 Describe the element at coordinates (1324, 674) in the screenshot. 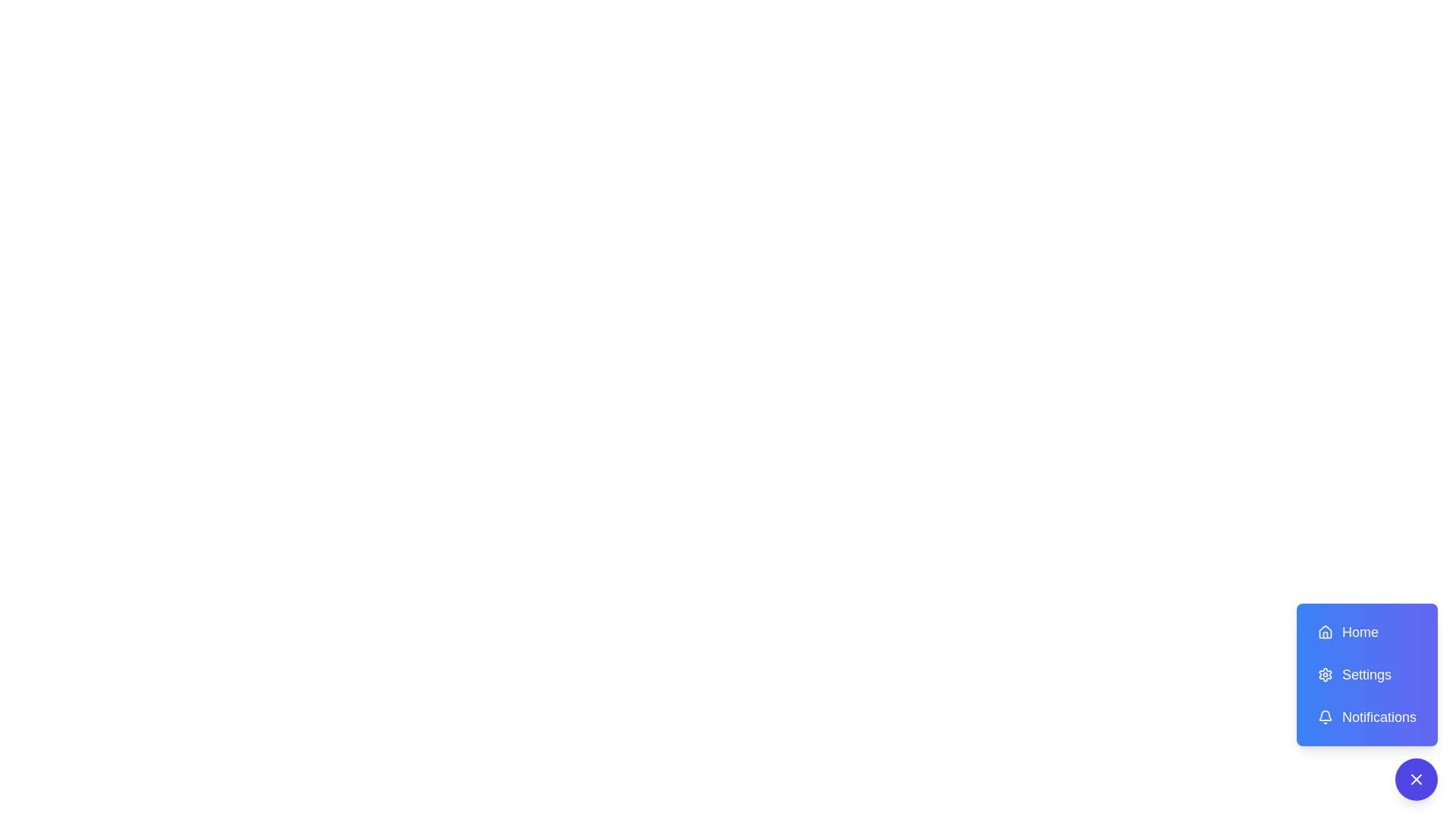

I see `the gear-like icon in the vertical menu` at that location.